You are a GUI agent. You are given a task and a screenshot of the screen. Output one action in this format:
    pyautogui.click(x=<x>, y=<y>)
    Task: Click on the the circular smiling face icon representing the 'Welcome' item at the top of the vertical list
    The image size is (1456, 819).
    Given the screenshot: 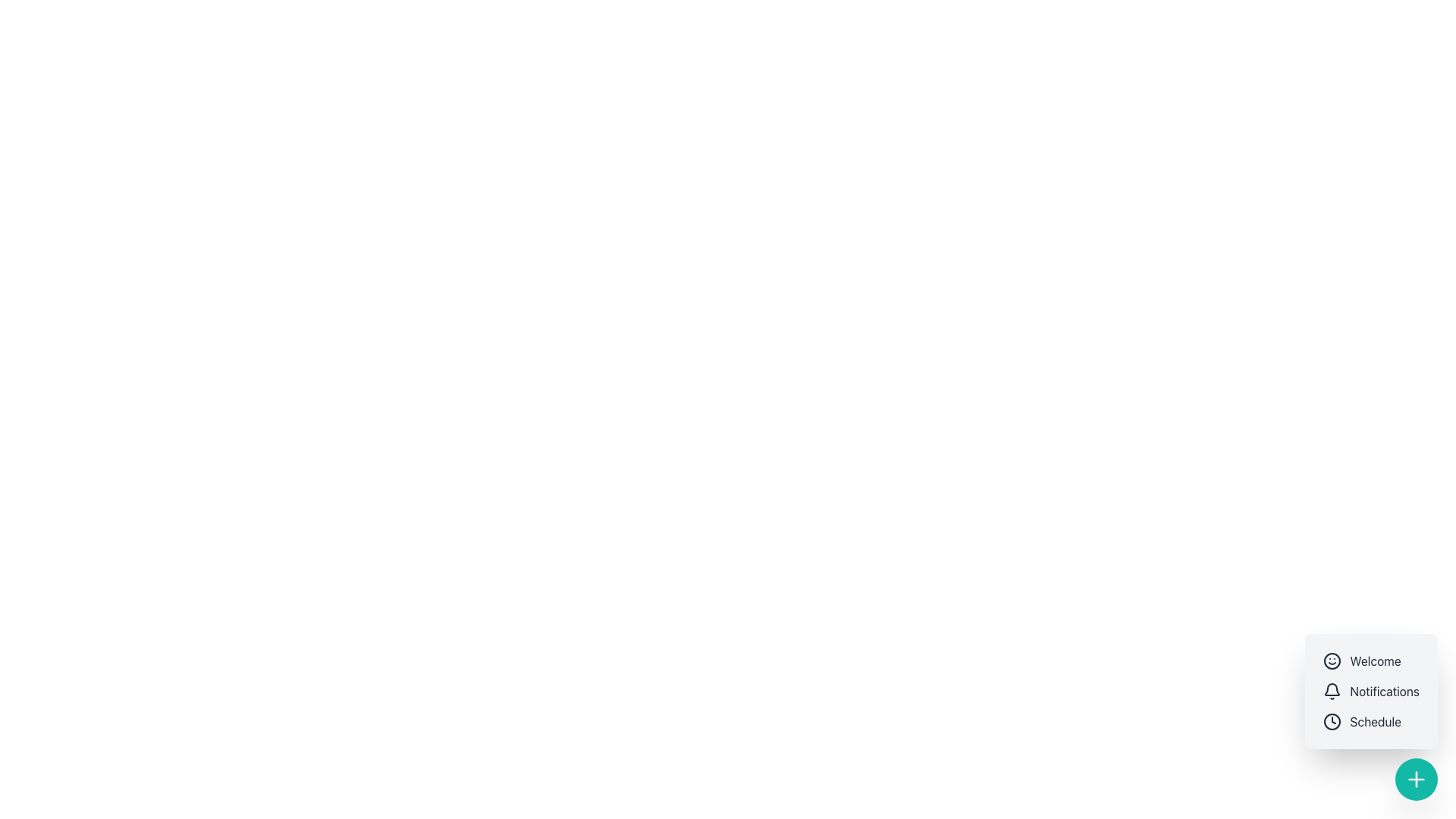 What is the action you would take?
    pyautogui.click(x=1331, y=660)
    